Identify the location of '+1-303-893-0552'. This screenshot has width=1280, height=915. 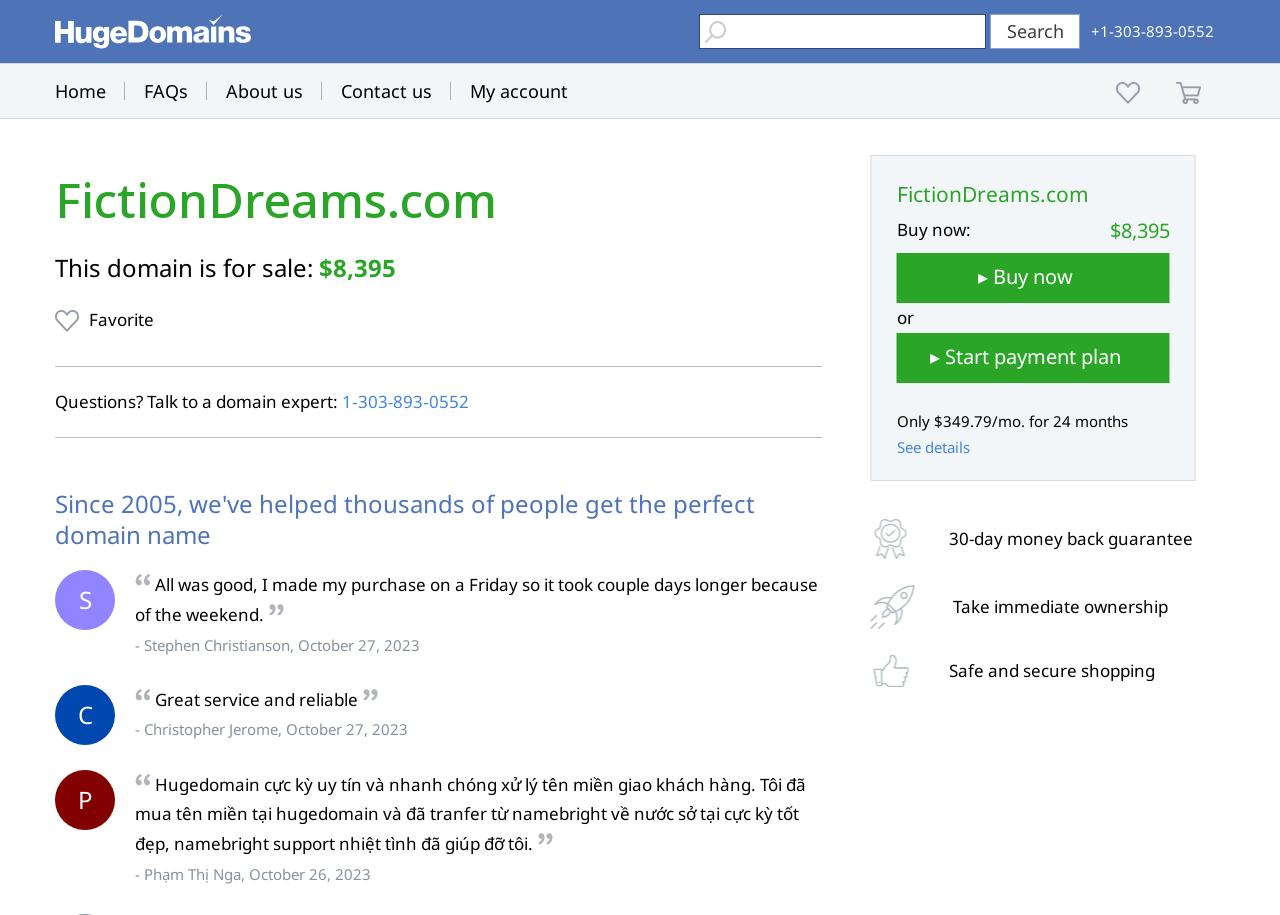
(1152, 31).